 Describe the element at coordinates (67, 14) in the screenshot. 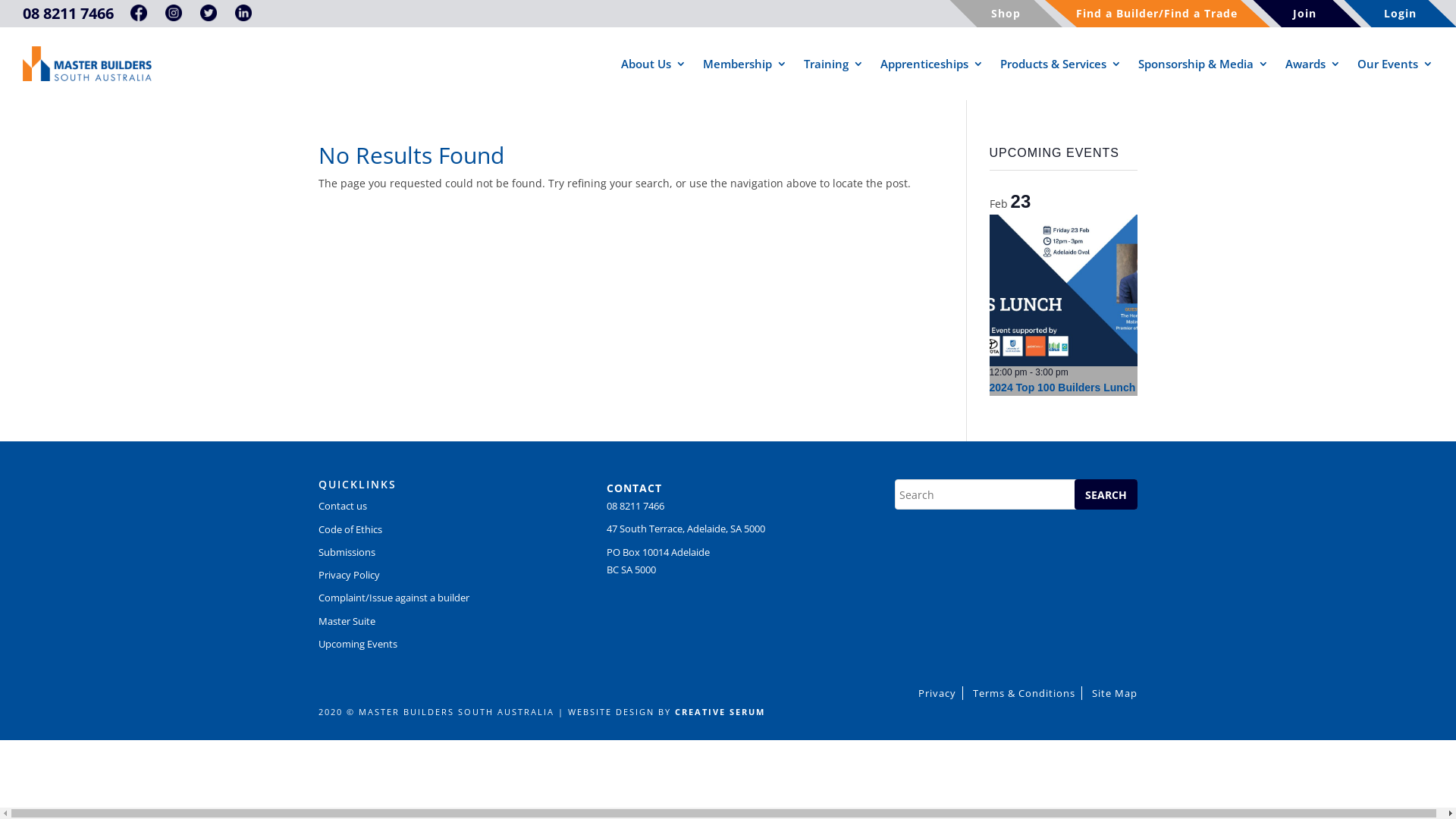

I see `'08 8211 7466'` at that location.